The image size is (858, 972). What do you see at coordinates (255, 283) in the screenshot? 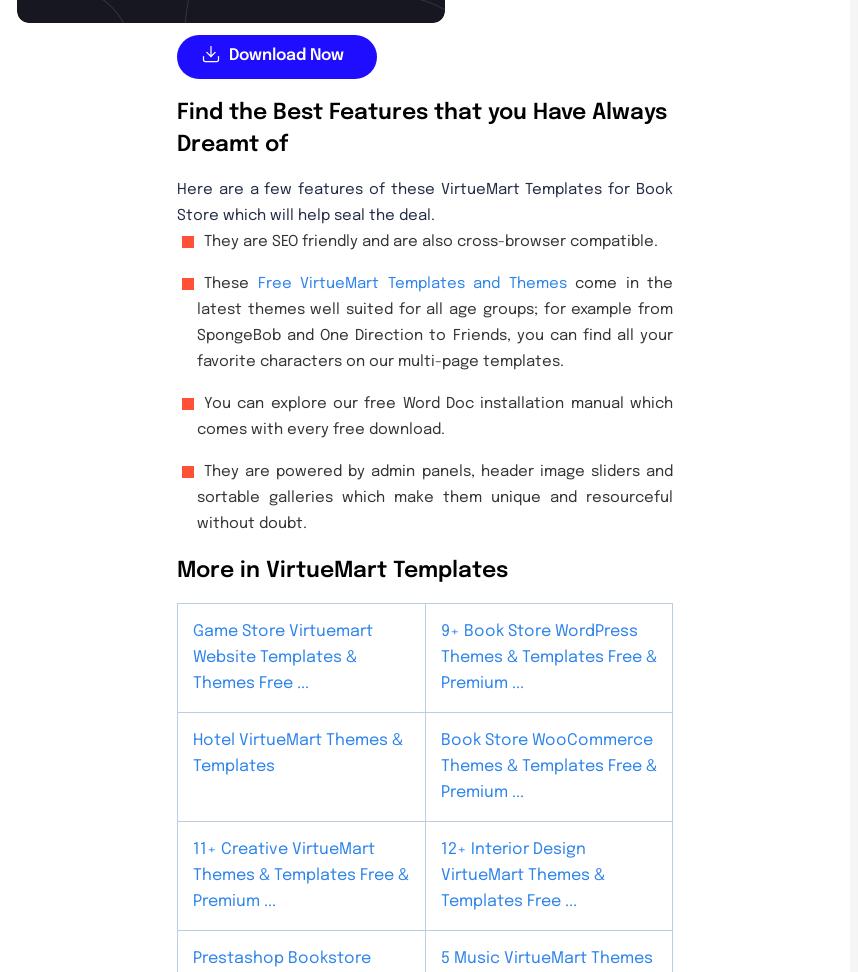
I see `'Free VirtueMart Templates and Themes'` at bounding box center [255, 283].